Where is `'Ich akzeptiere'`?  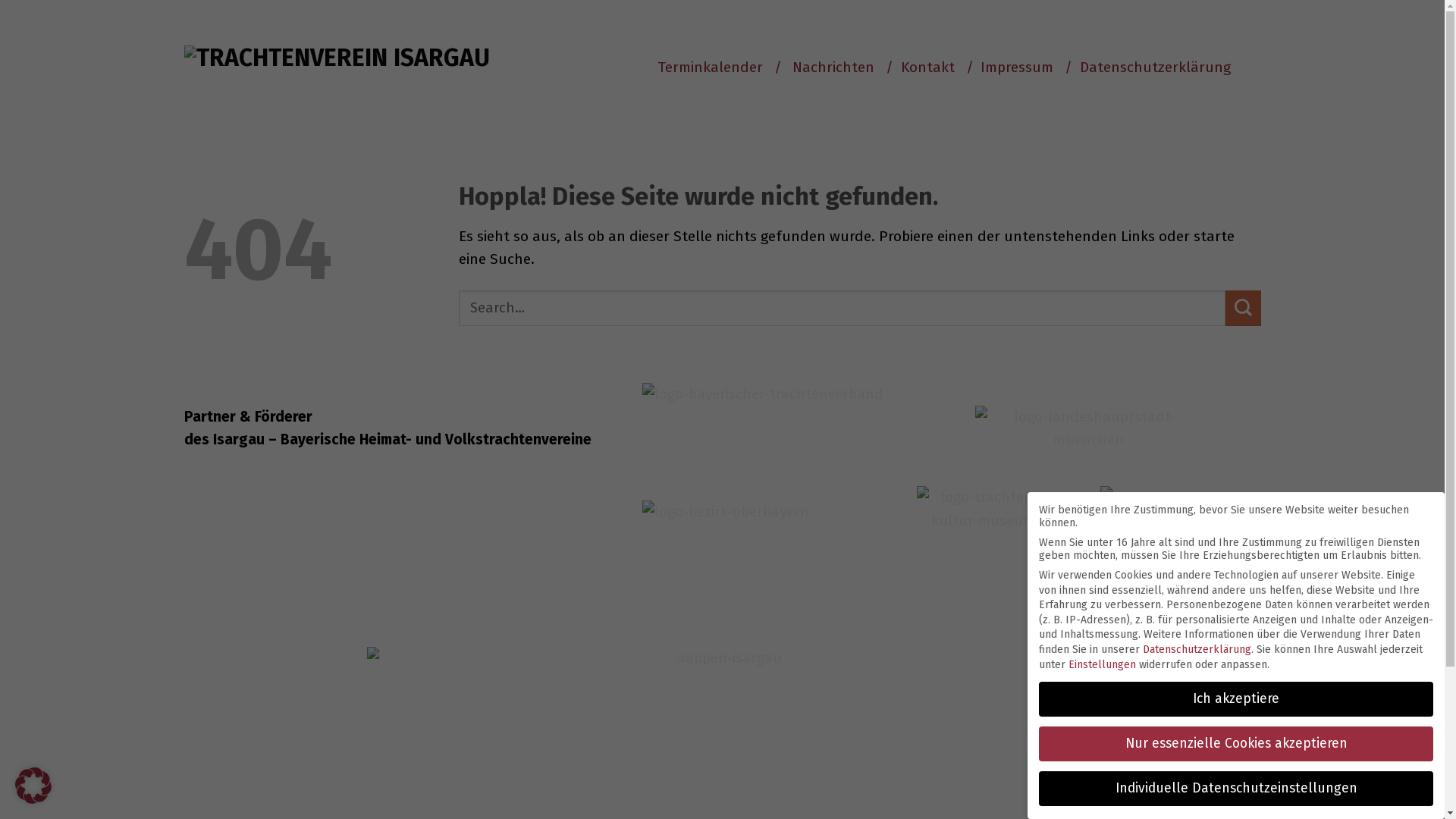 'Ich akzeptiere' is located at coordinates (1236, 698).